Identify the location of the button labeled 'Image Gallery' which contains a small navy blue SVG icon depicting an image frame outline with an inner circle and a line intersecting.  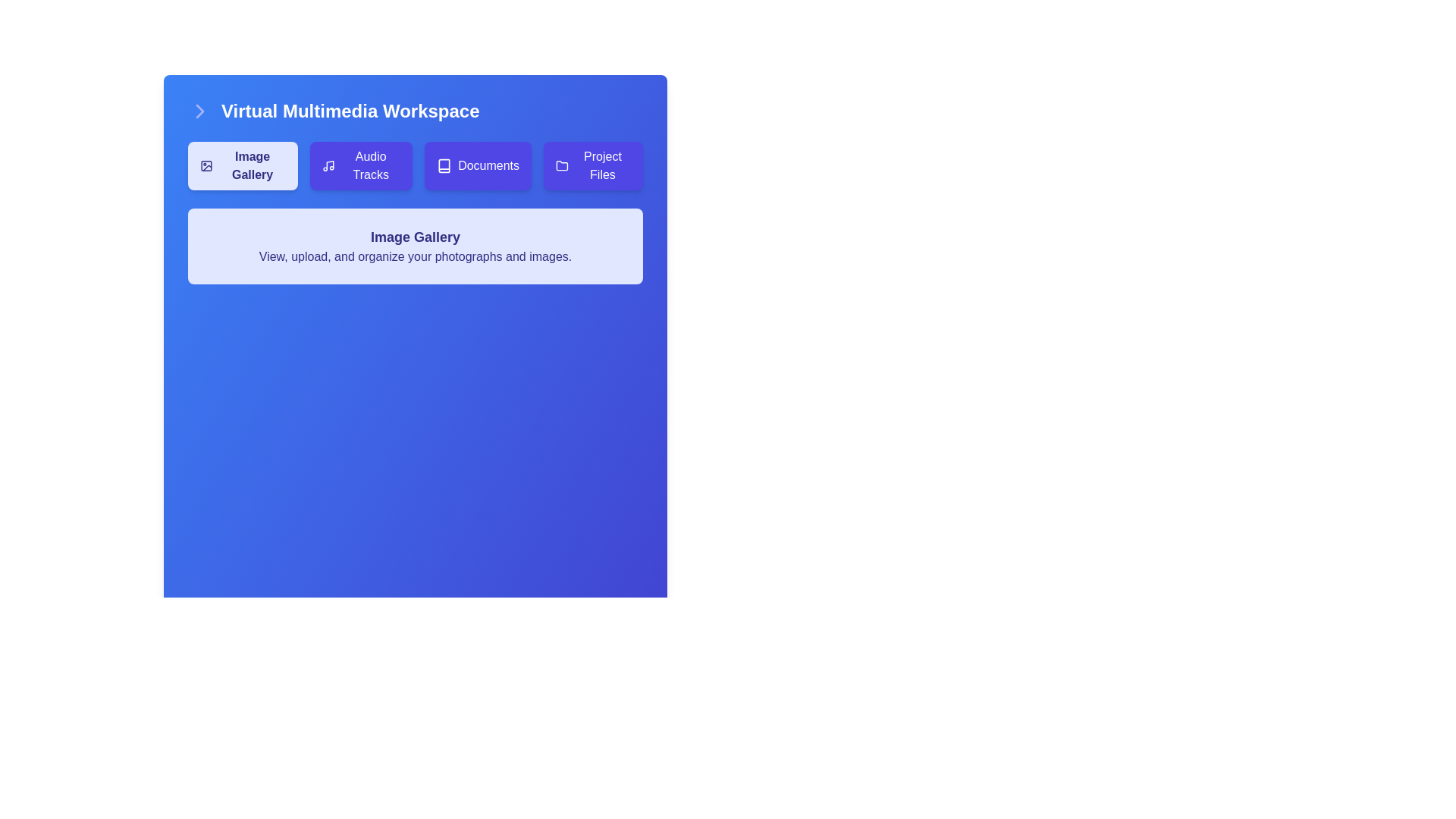
(206, 166).